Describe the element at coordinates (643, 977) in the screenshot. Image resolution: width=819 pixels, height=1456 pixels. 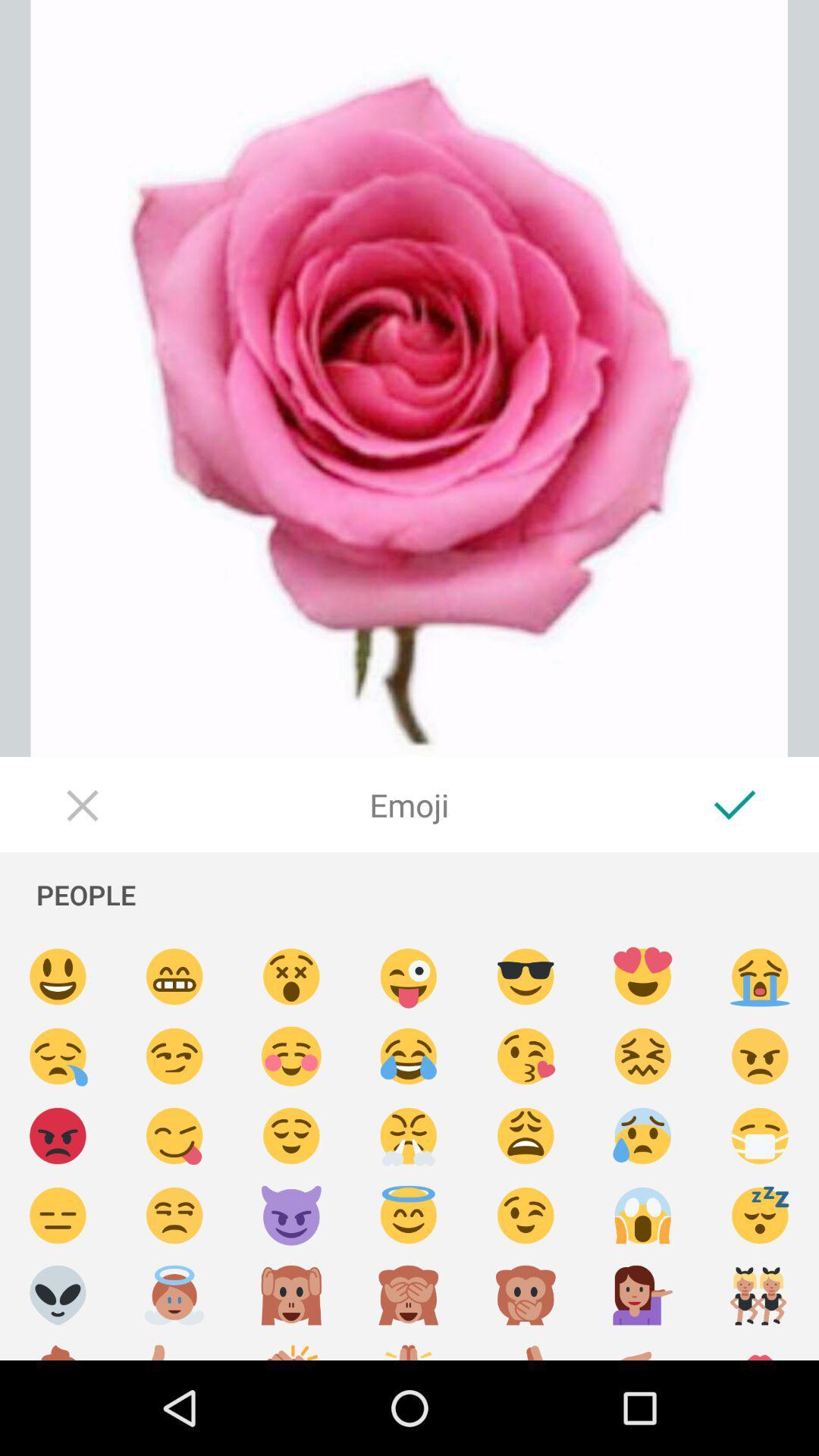
I see `insert emoji` at that location.